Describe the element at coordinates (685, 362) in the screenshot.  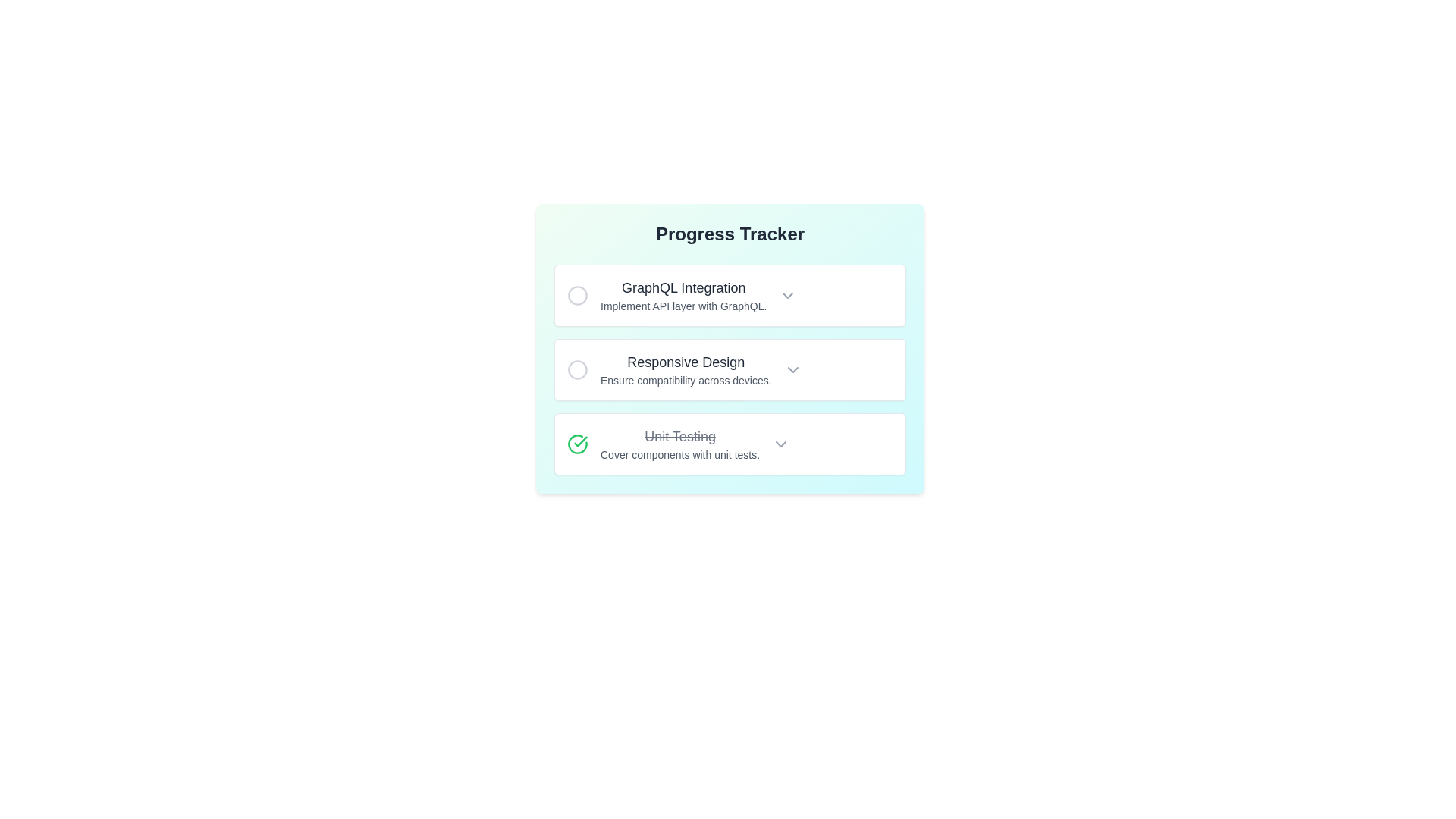
I see `the upper text line of the 'Progress Tracker' list, which serves as the title or main description for its corresponding list item` at that location.